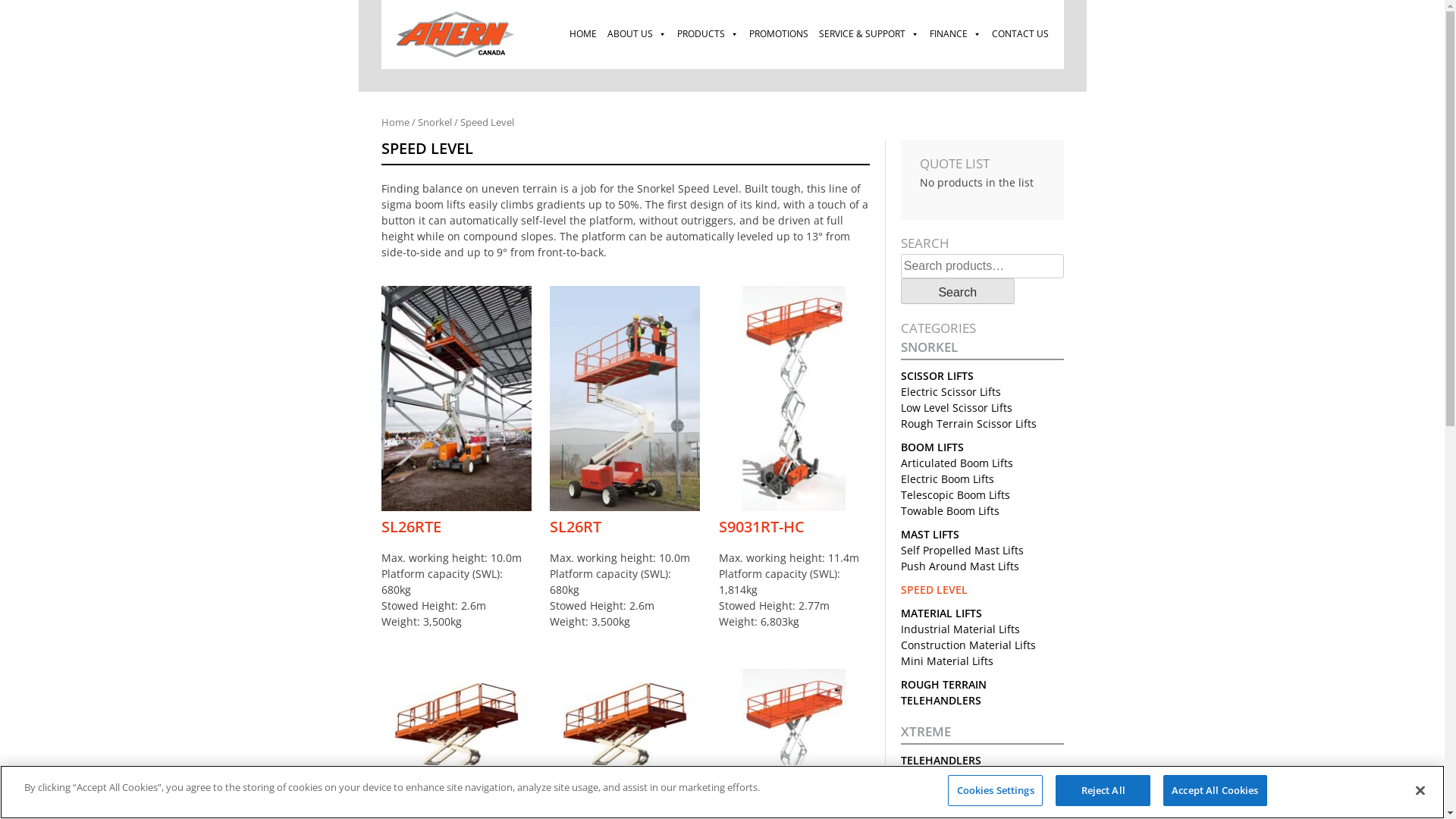  Describe the element at coordinates (901, 391) in the screenshot. I see `'Electric Scissor Lifts'` at that location.